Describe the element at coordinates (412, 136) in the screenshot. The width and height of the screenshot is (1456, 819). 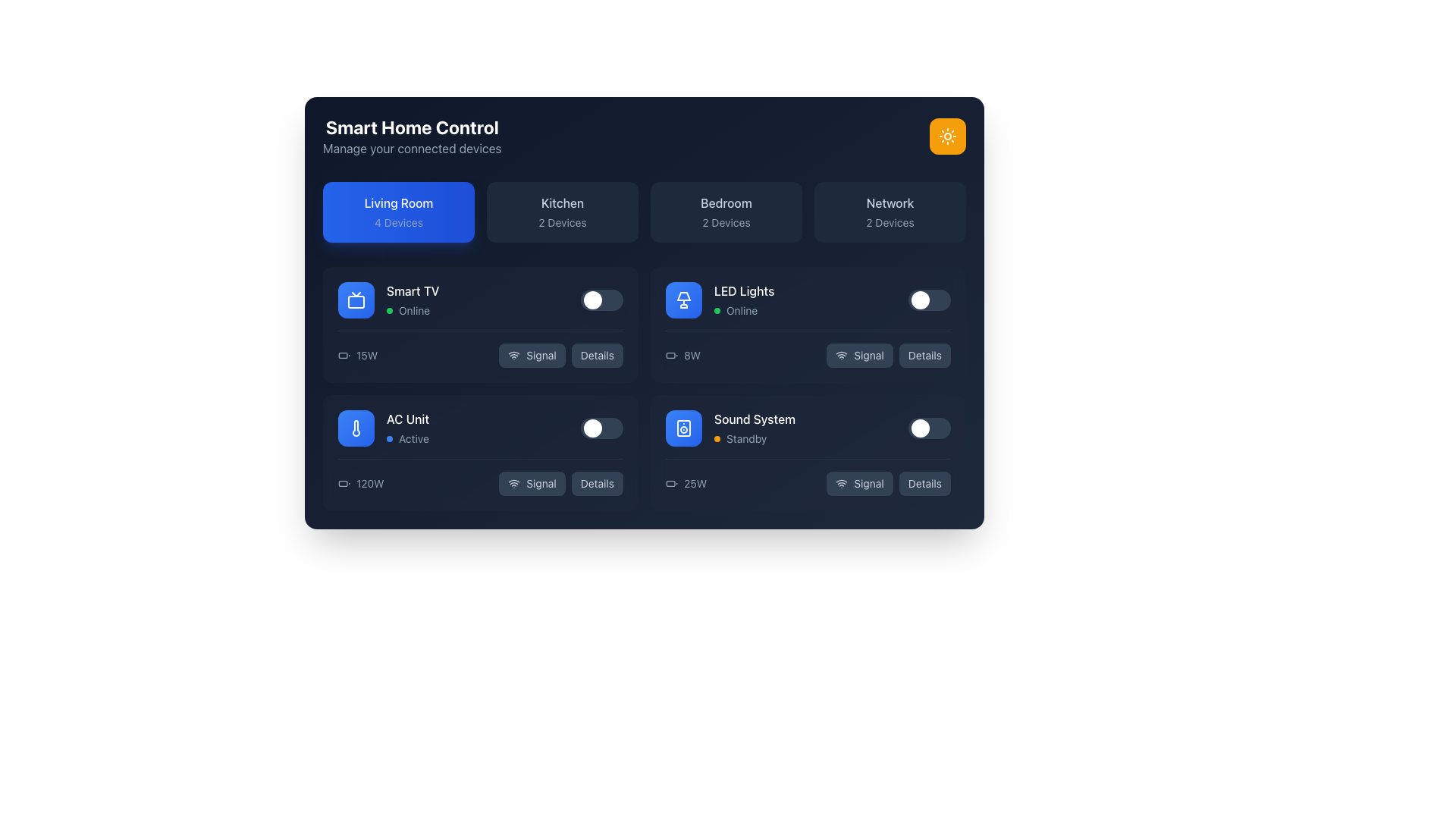
I see `the Text block that has the heading 'Smart Home Control' and subtitle 'Manage your connected devices', located in the top-left section of the interface` at that location.